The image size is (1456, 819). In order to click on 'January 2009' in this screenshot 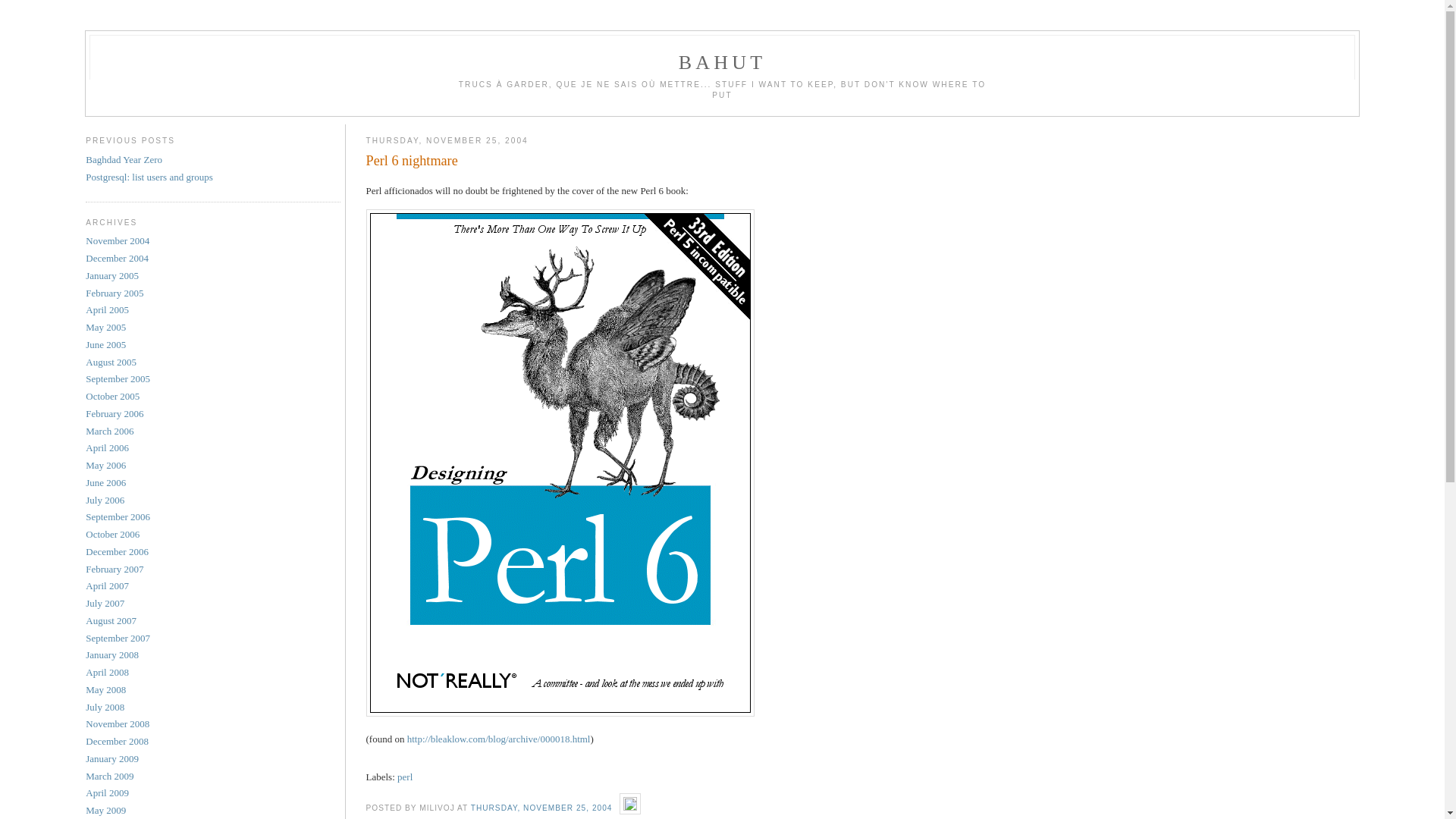, I will do `click(111, 758)`.